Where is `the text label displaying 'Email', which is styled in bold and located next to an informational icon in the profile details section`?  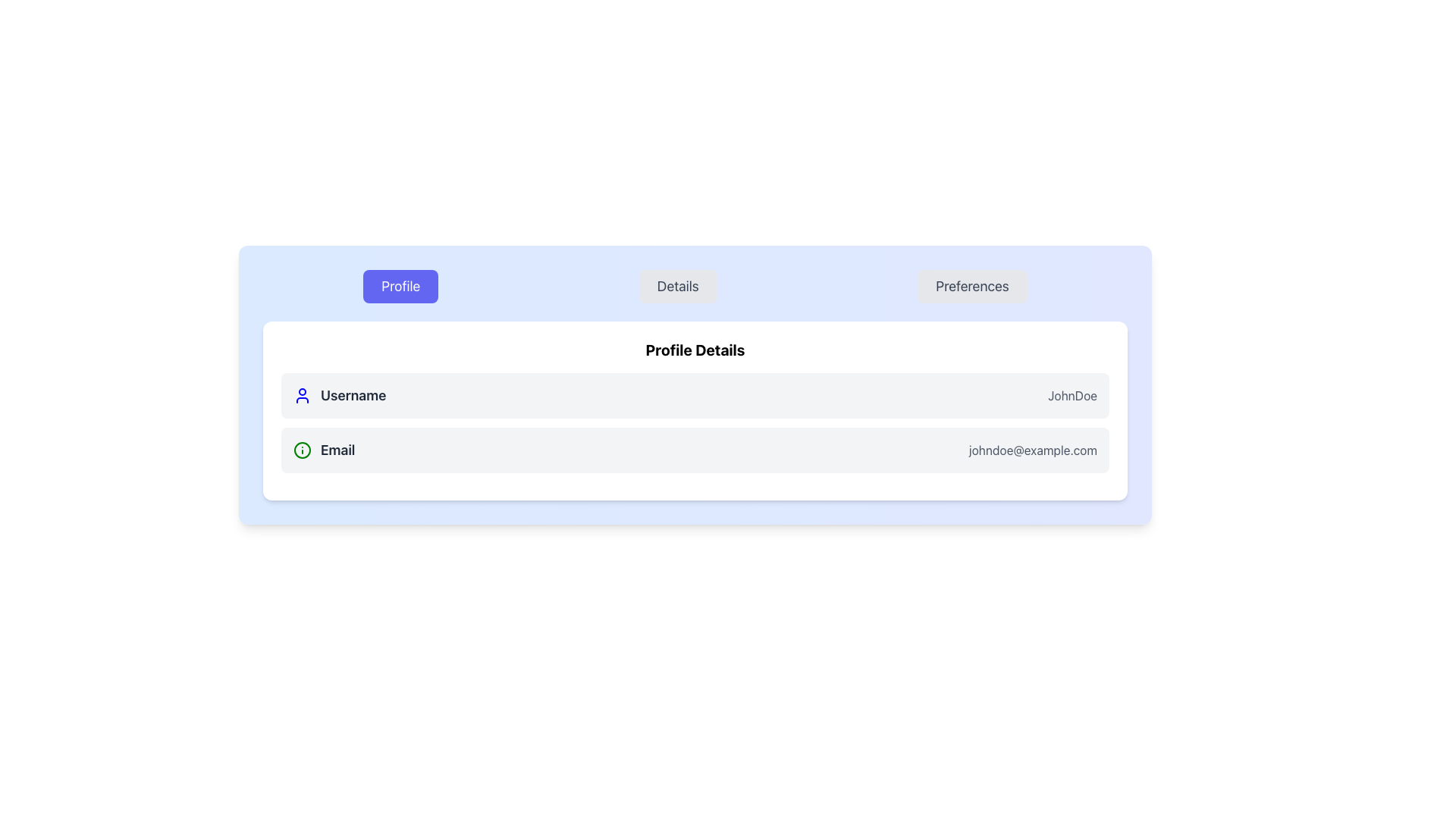
the text label displaying 'Email', which is styled in bold and located next to an informational icon in the profile details section is located at coordinates (323, 450).